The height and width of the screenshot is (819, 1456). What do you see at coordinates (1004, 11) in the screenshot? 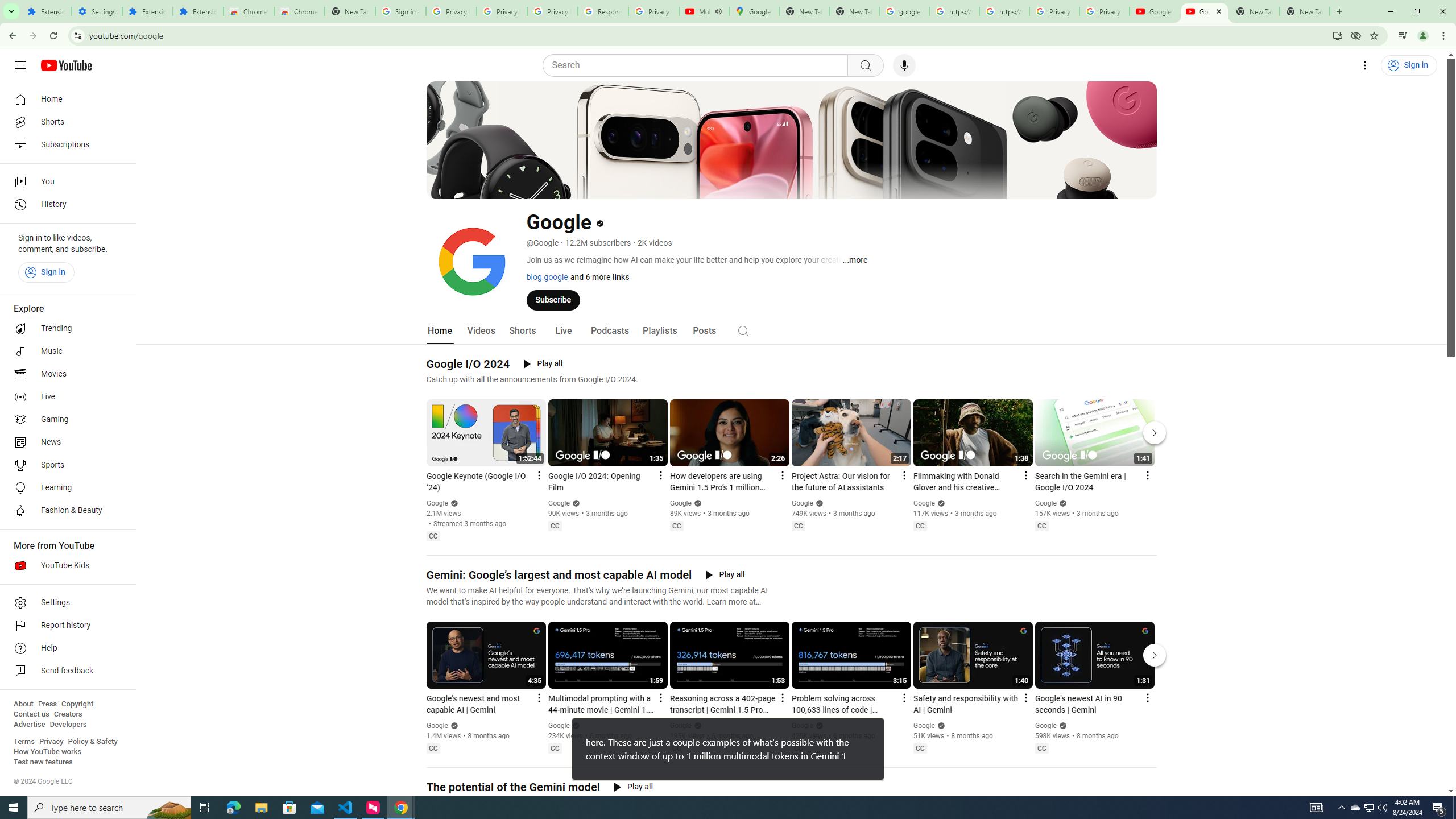
I see `'https://scholar.google.com/'` at bounding box center [1004, 11].